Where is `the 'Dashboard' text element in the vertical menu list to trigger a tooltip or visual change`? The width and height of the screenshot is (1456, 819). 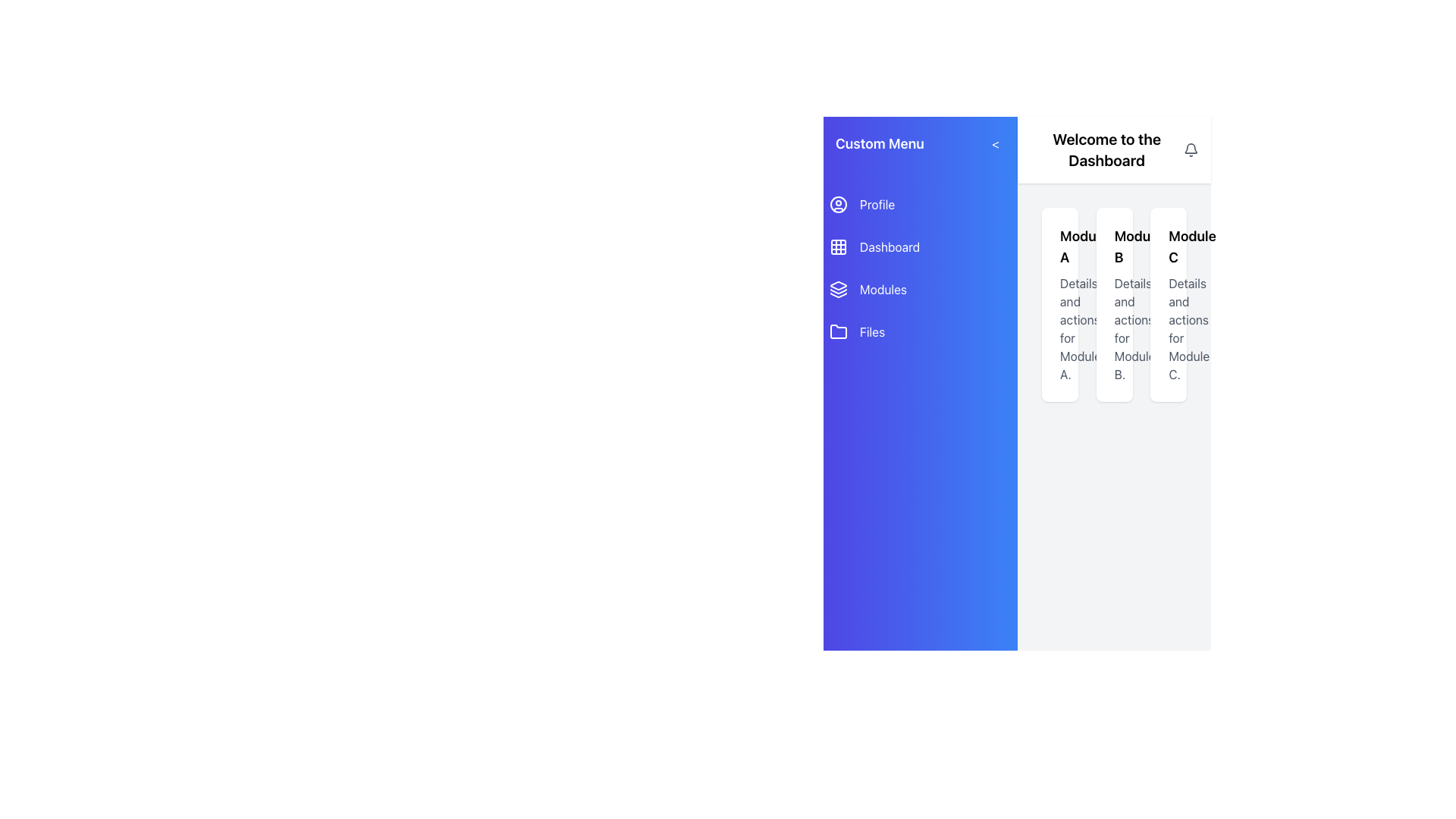 the 'Dashboard' text element in the vertical menu list to trigger a tooltip or visual change is located at coordinates (890, 246).